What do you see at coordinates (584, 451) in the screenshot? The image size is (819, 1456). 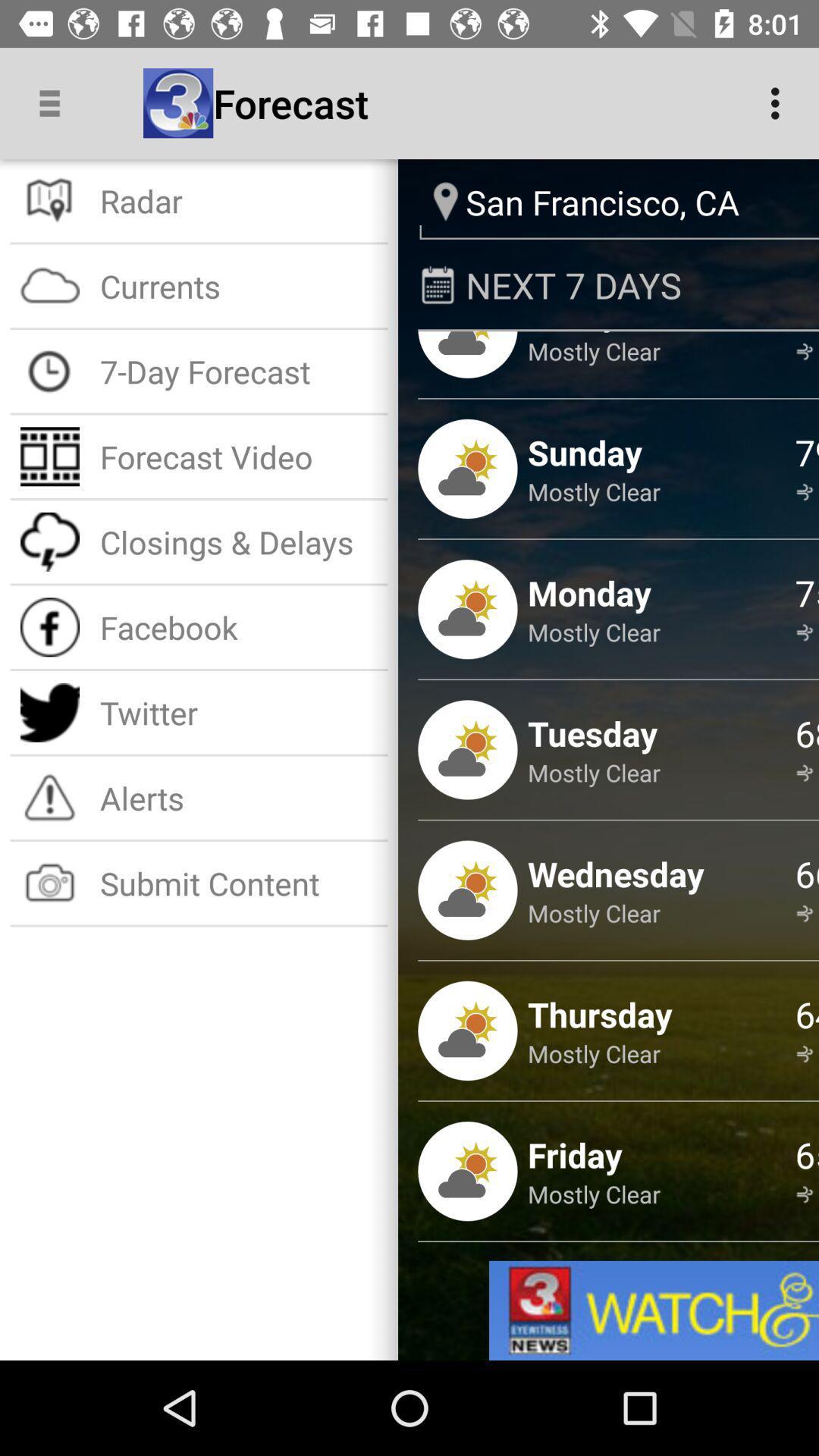 I see `sunday` at bounding box center [584, 451].